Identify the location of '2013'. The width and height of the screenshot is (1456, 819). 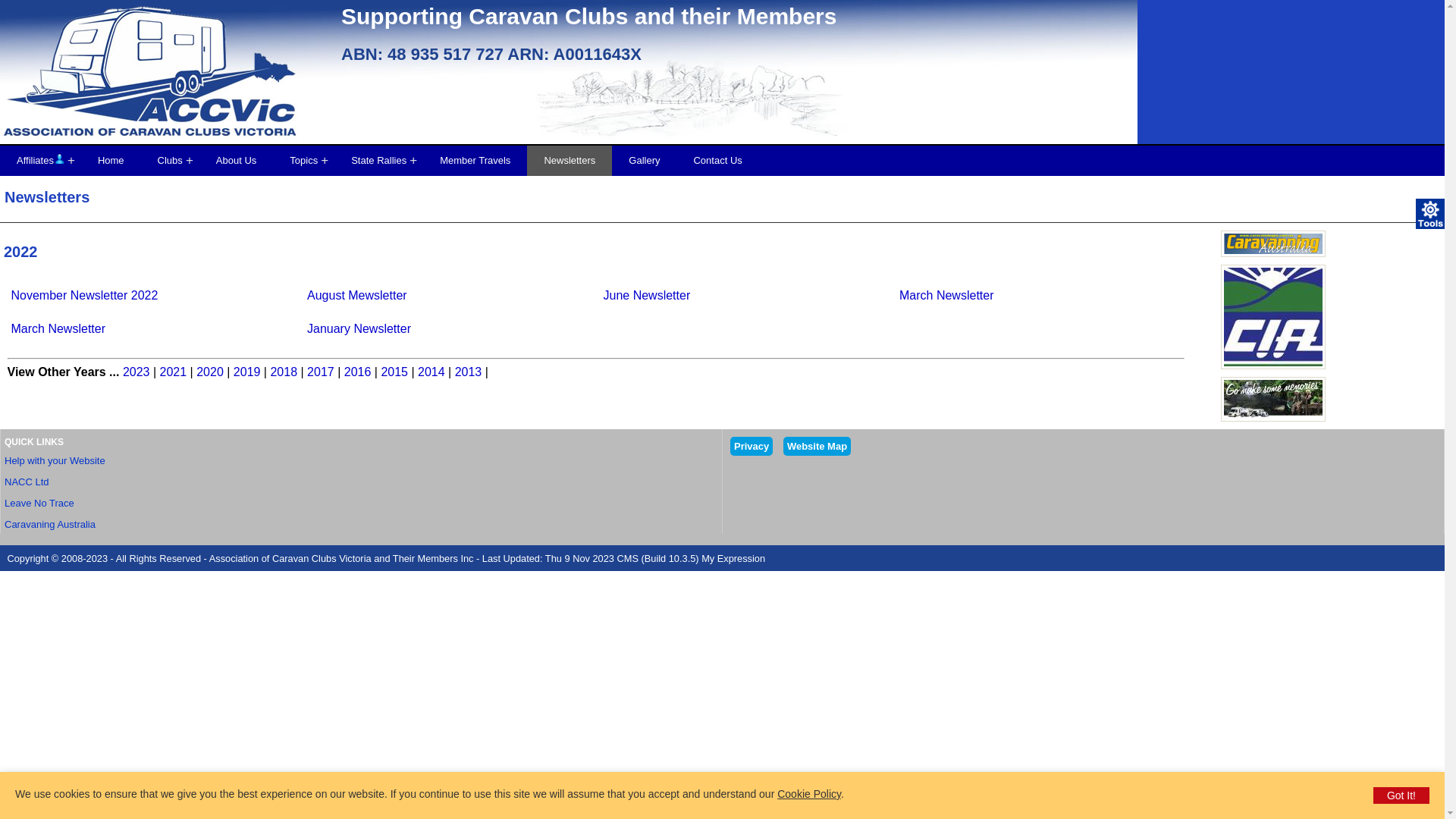
(454, 372).